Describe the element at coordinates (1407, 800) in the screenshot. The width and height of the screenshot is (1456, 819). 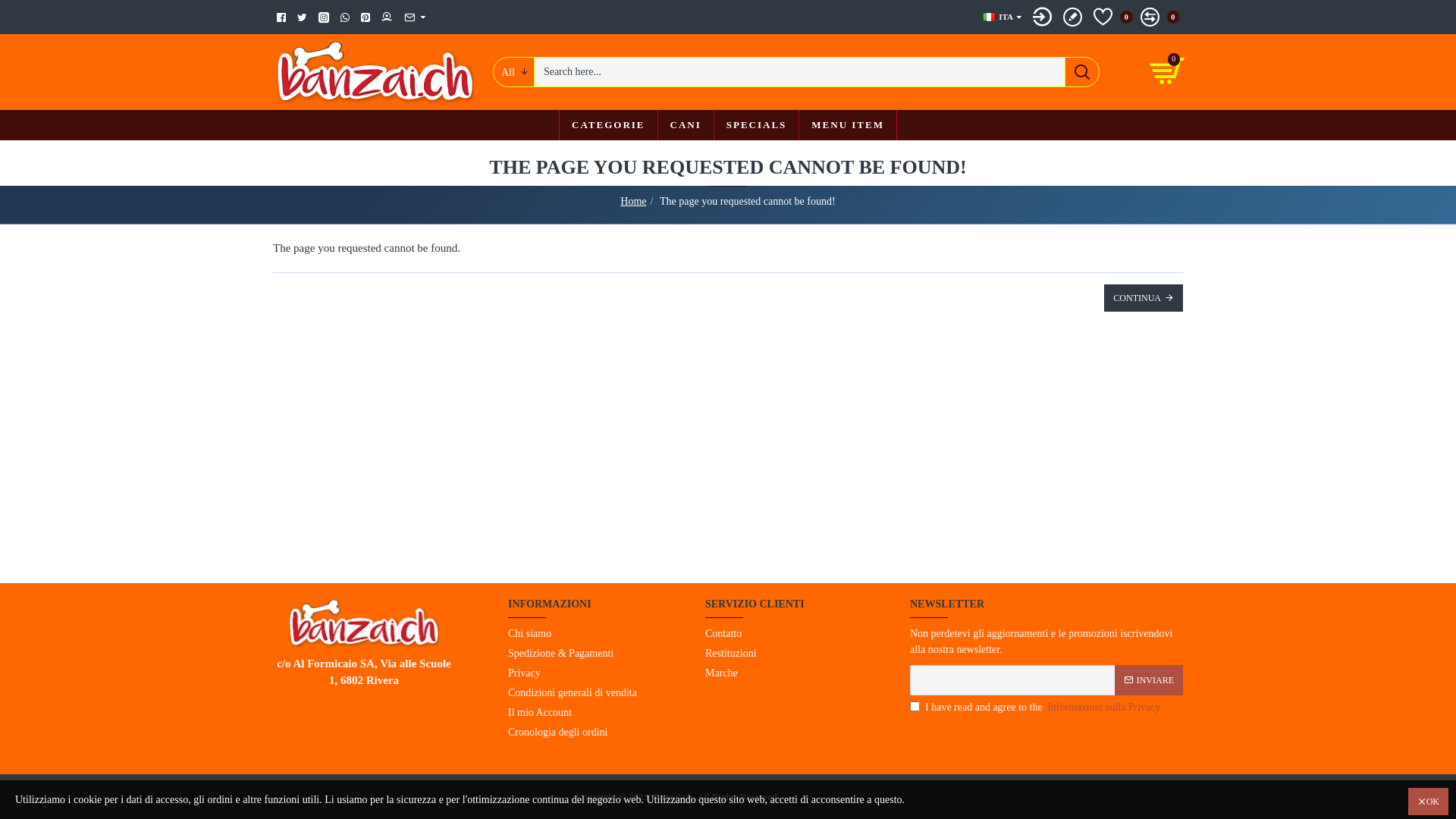
I see `'OK'` at that location.